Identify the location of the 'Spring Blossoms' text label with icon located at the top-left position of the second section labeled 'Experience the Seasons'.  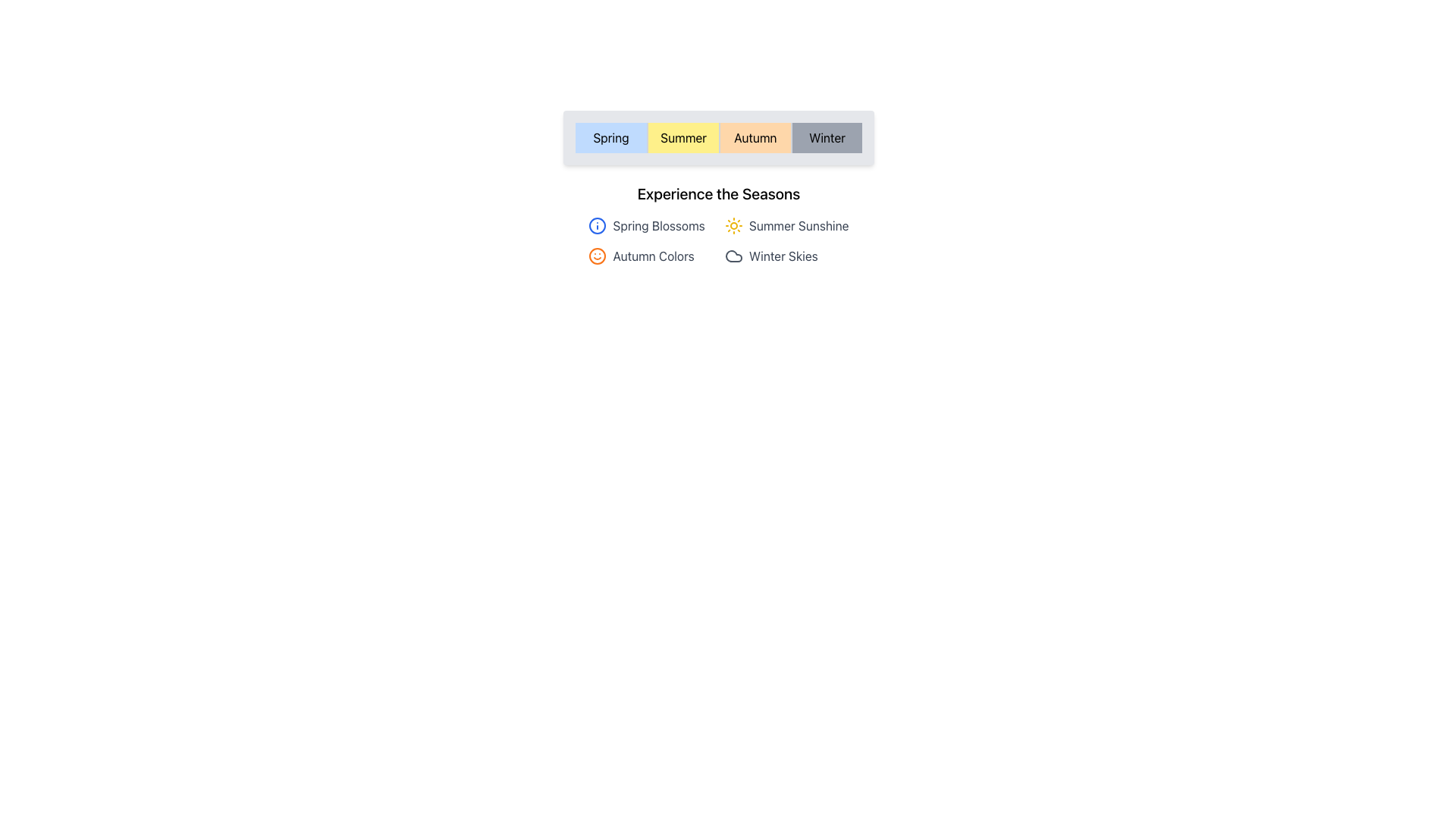
(651, 225).